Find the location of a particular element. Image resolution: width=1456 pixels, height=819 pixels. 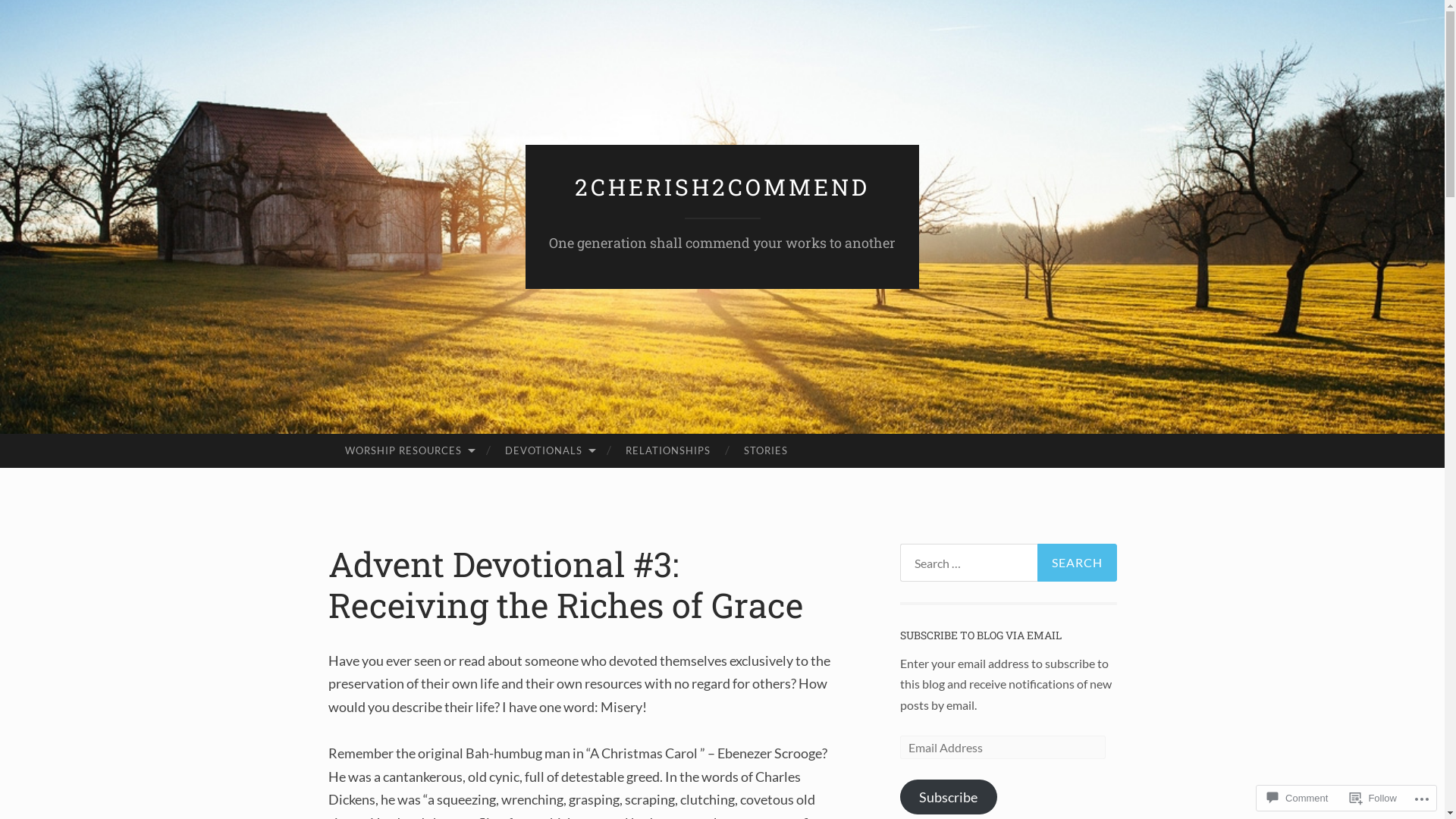

'Search' is located at coordinates (1076, 562).